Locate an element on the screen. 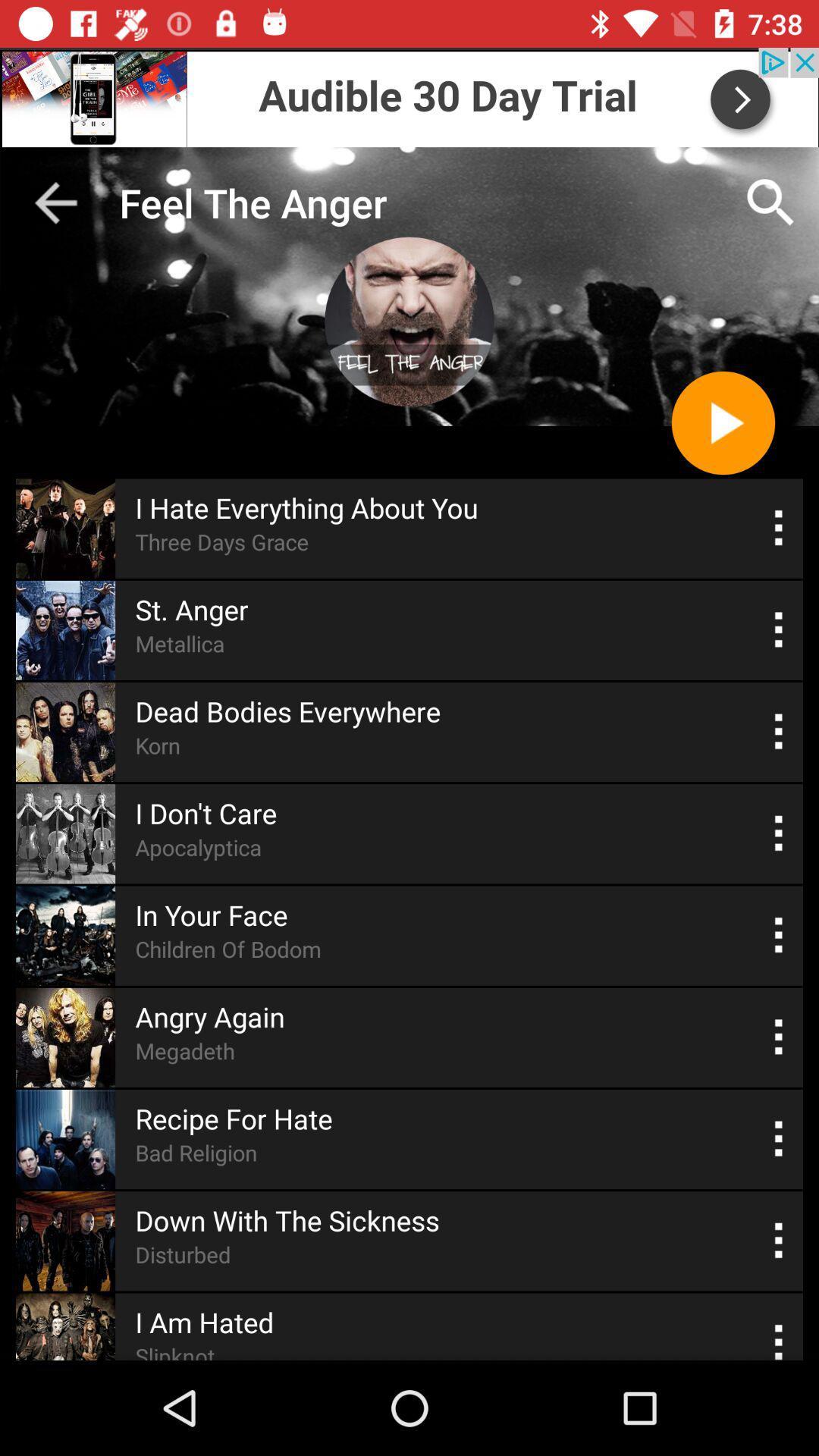  the option menu which is beside the st anger is located at coordinates (779, 630).